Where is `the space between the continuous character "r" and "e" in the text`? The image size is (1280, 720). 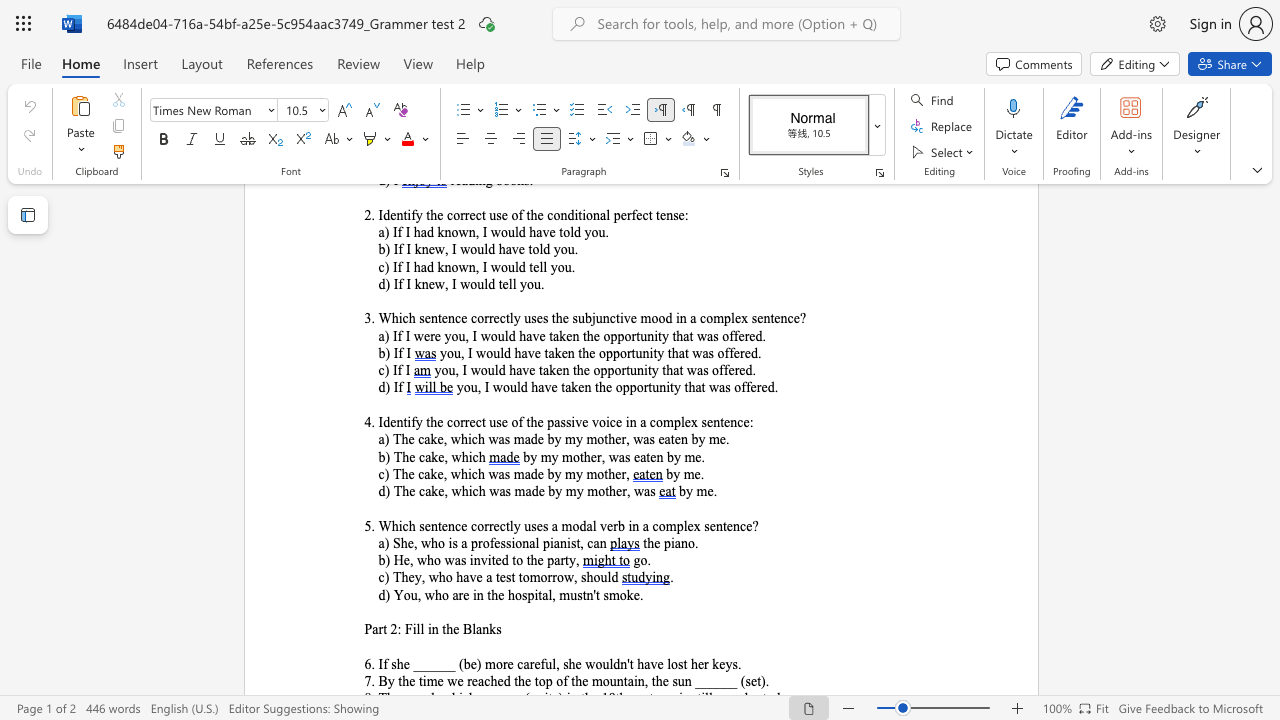
the space between the continuous character "r" and "e" in the text is located at coordinates (471, 680).